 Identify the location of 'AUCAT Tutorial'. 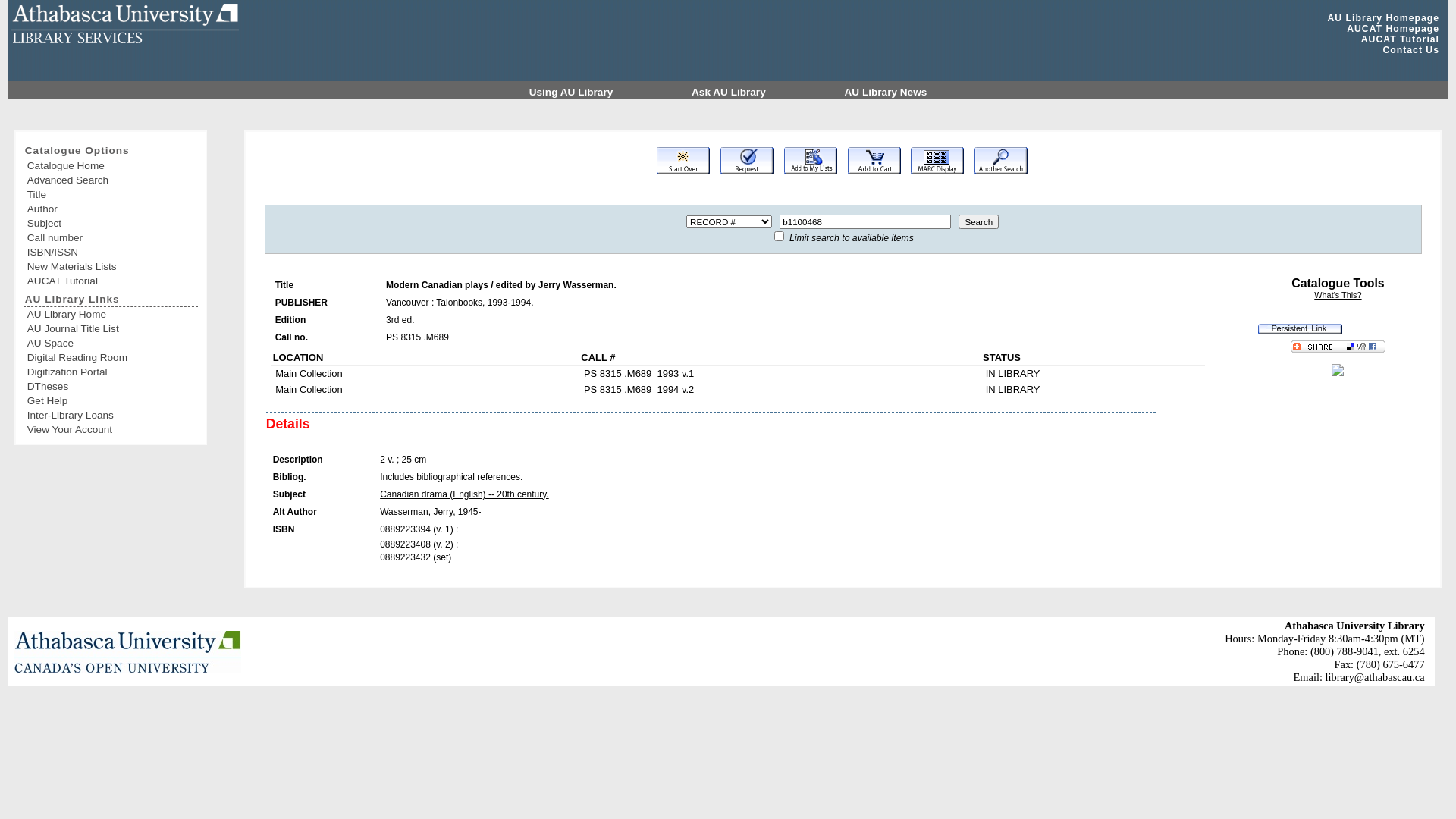
(1399, 38).